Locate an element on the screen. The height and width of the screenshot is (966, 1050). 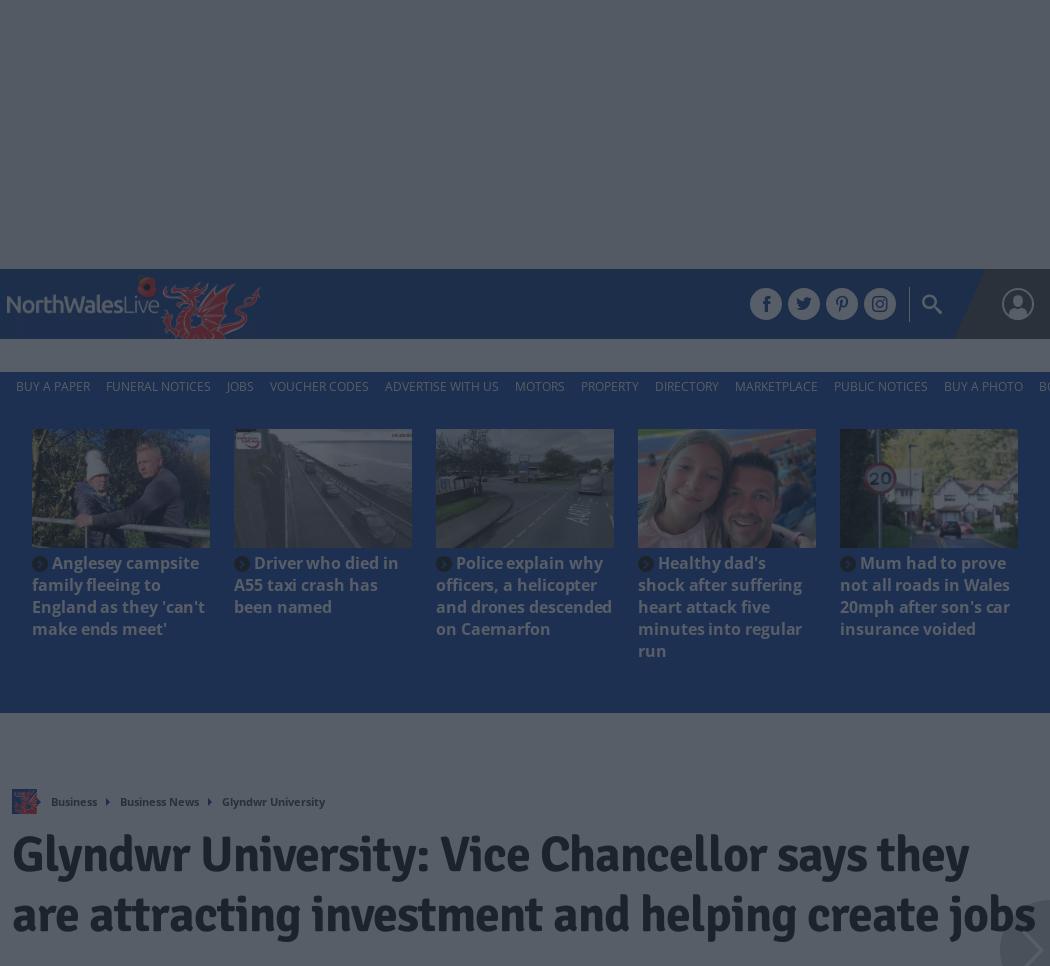
'Property' is located at coordinates (579, 386).